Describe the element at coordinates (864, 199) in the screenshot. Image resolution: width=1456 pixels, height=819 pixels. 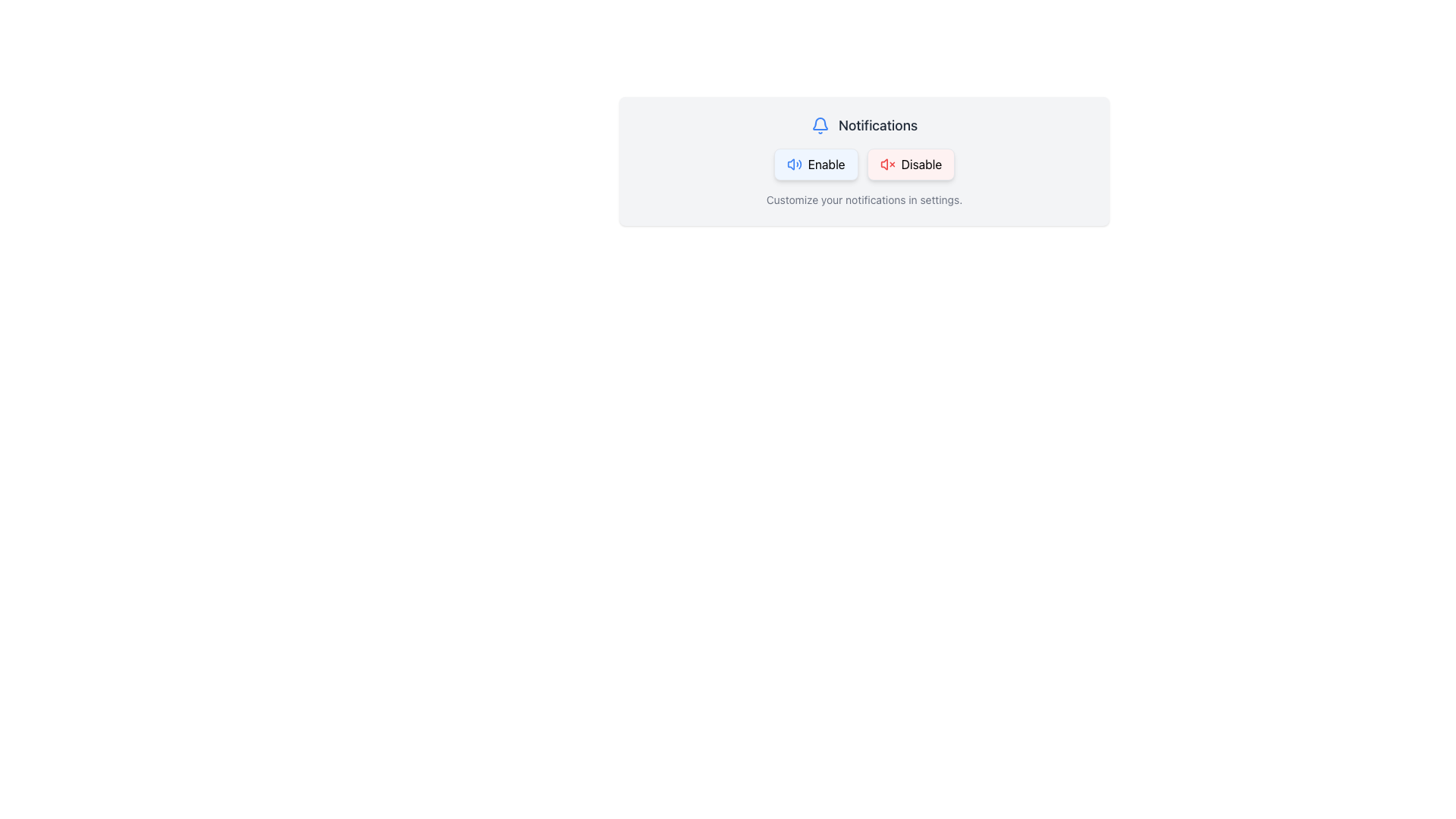
I see `the informational note text that indicates options for customizing notification settings, located beneath the 'Enable' and 'Disable' buttons in the notification configuration card` at that location.